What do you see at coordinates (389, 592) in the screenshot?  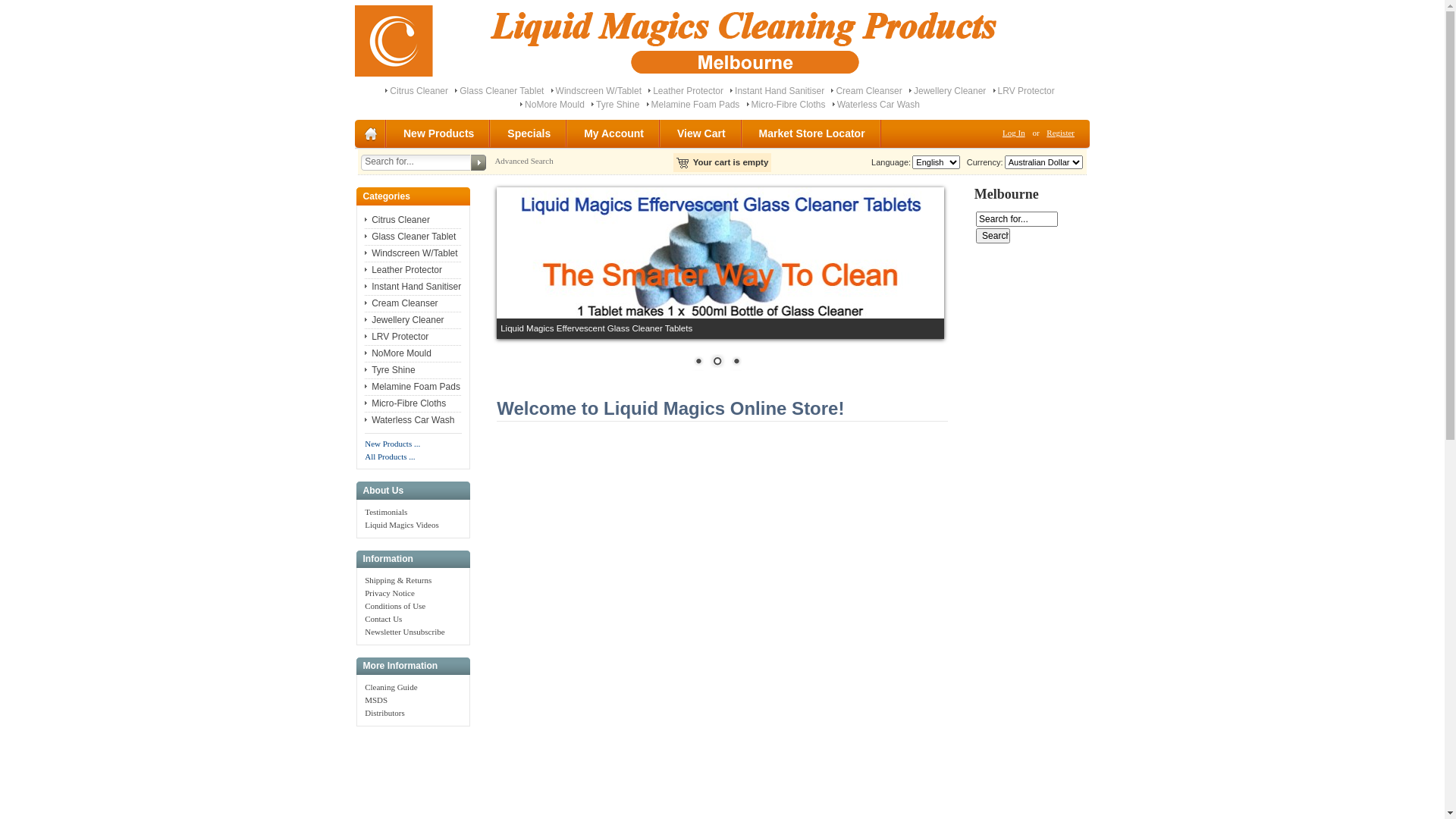 I see `'Privacy Notice'` at bounding box center [389, 592].